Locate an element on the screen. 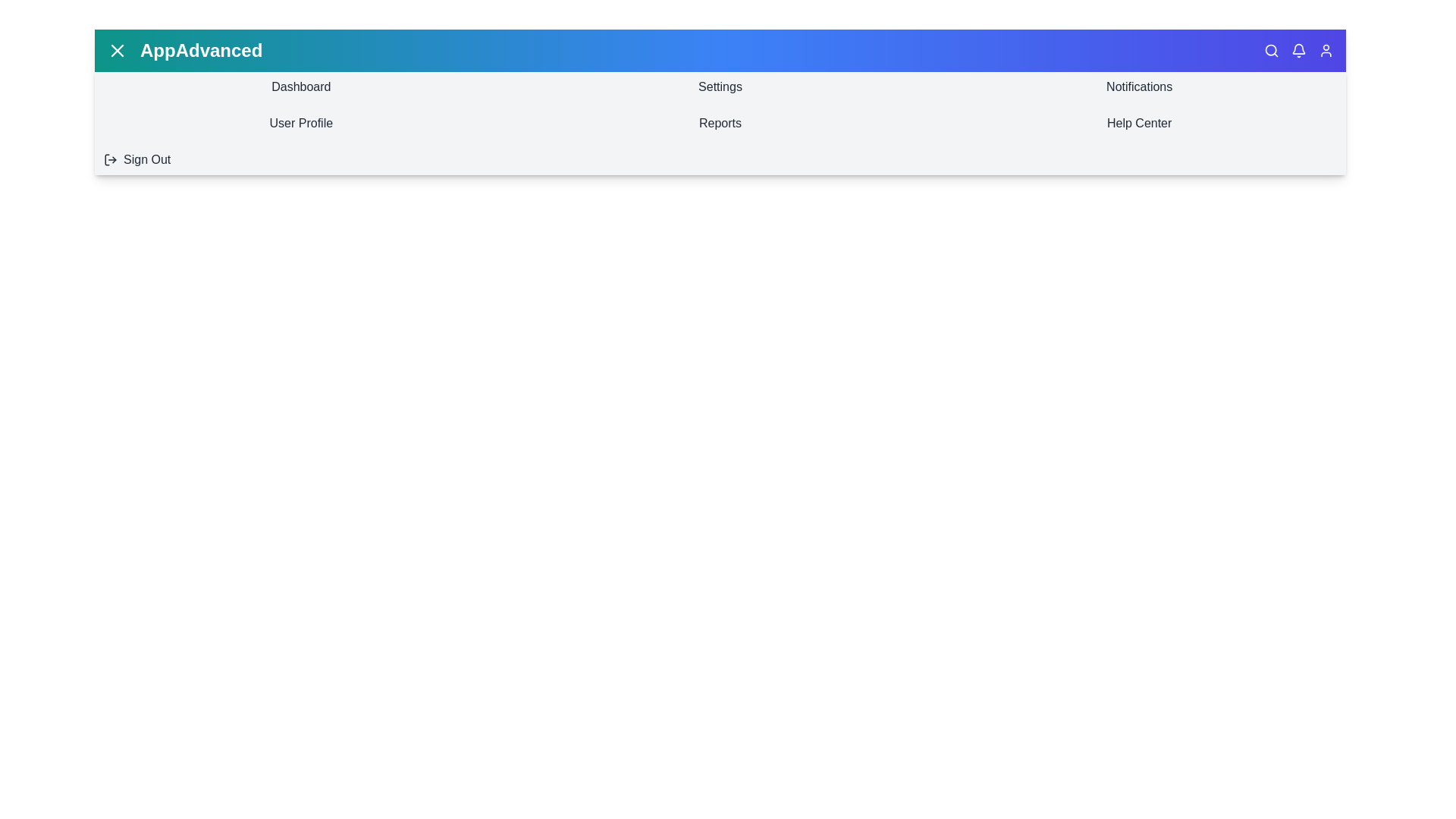  the menu item Help Center from the menu bar is located at coordinates (1139, 122).